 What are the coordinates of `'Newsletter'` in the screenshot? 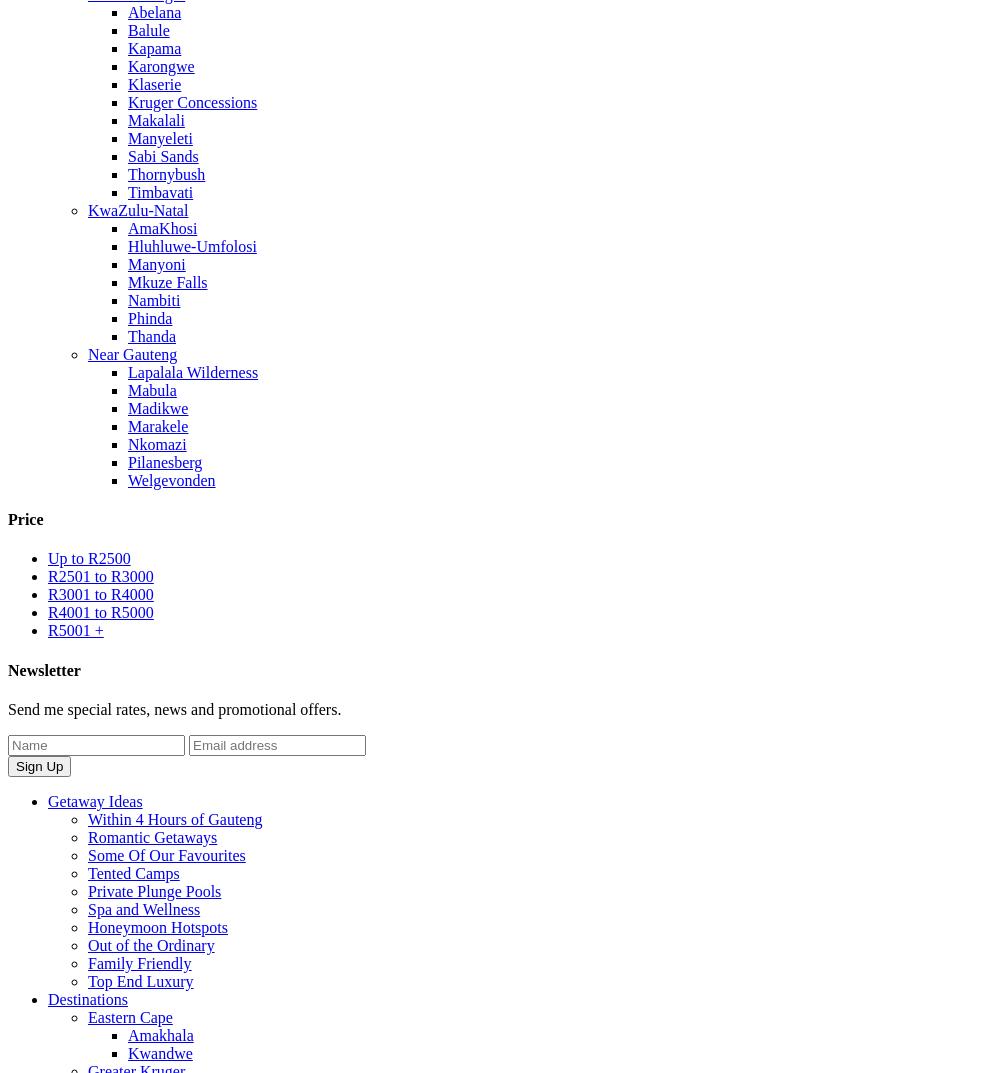 It's located at (44, 669).